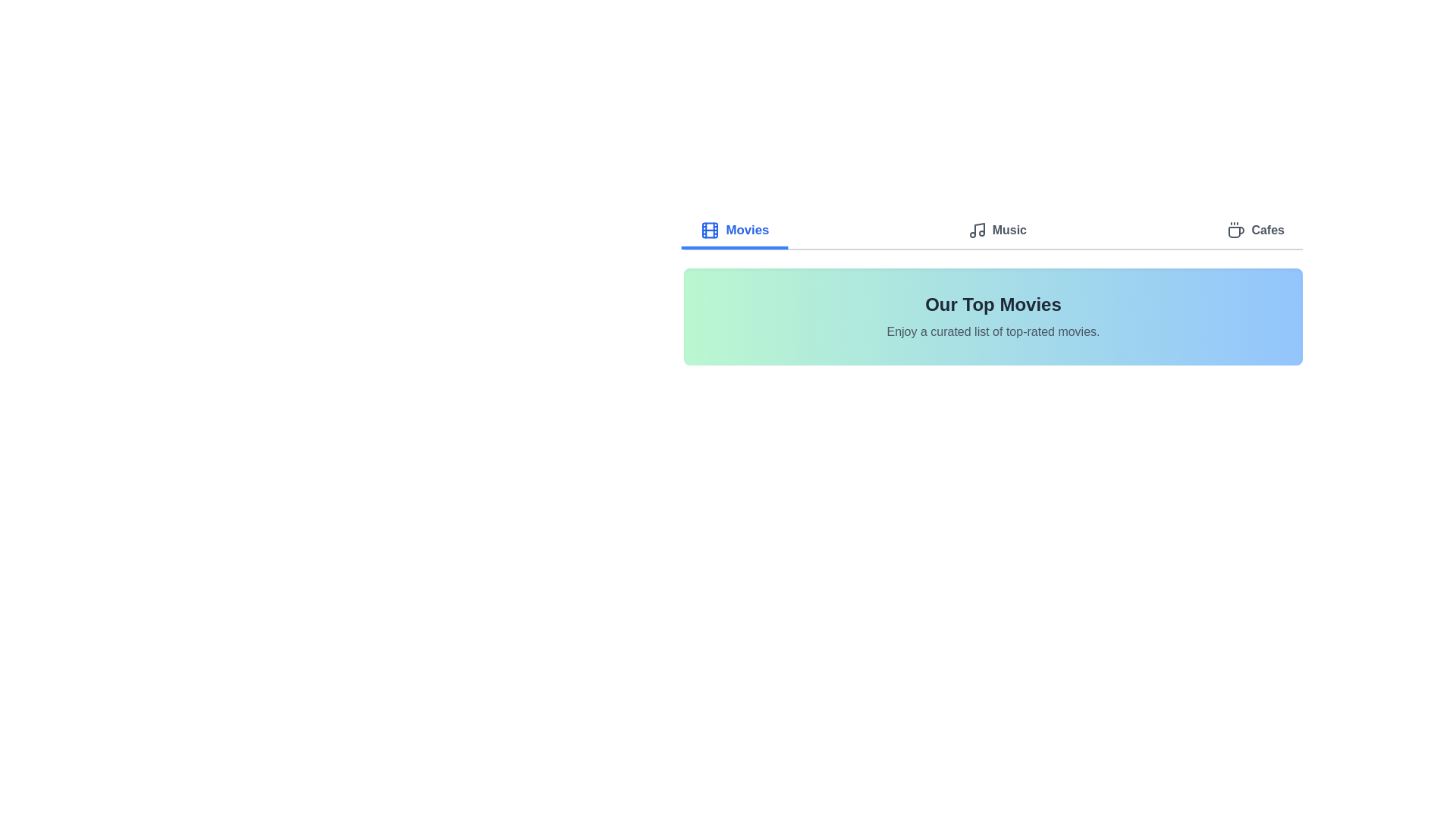 The width and height of the screenshot is (1456, 819). I want to click on the Cafes tab, so click(1256, 231).